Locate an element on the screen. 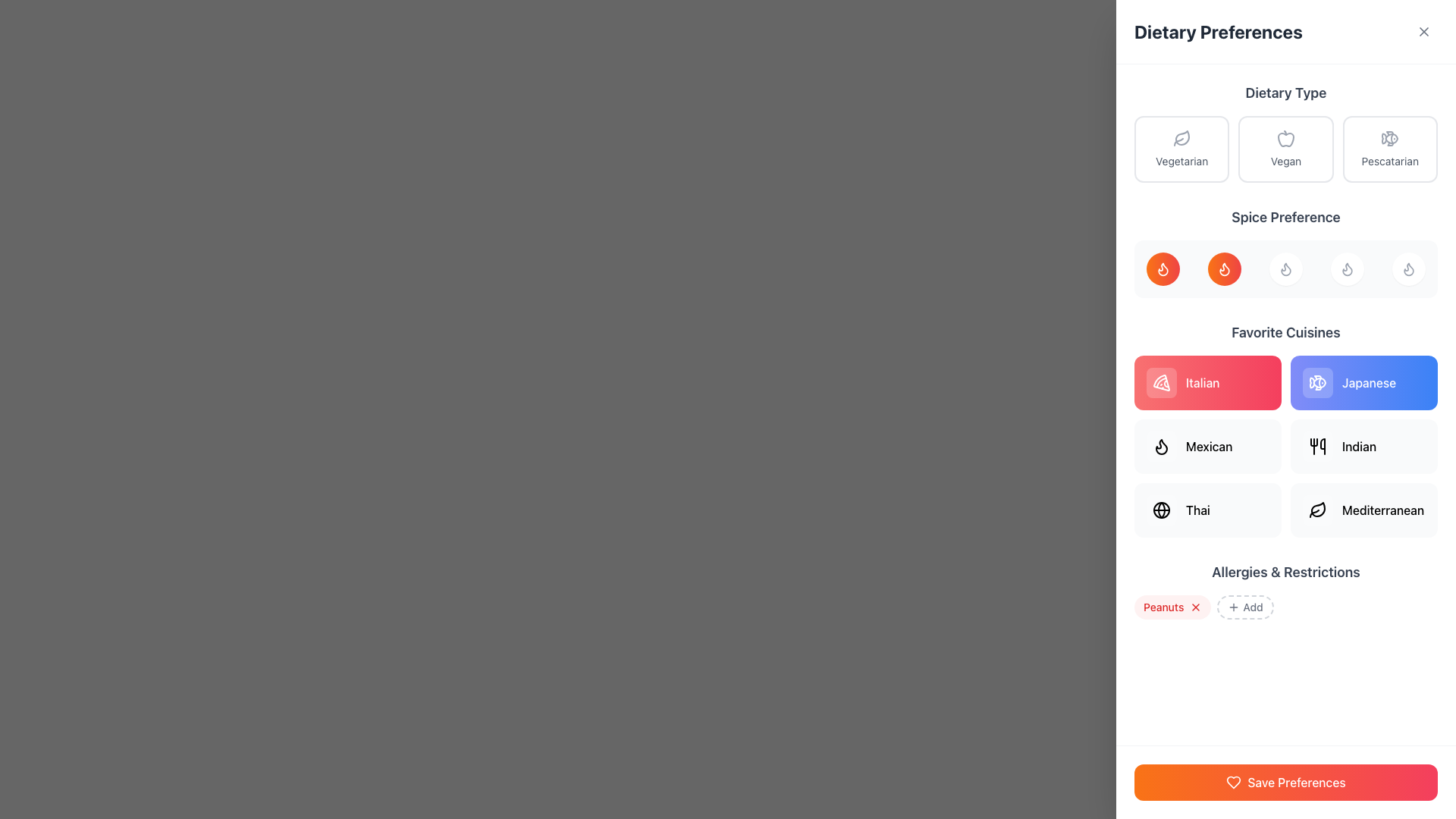  the third spice preference button located in the 'Spice Preference' section of the sidebar panel for accessibility purposes is located at coordinates (1285, 251).